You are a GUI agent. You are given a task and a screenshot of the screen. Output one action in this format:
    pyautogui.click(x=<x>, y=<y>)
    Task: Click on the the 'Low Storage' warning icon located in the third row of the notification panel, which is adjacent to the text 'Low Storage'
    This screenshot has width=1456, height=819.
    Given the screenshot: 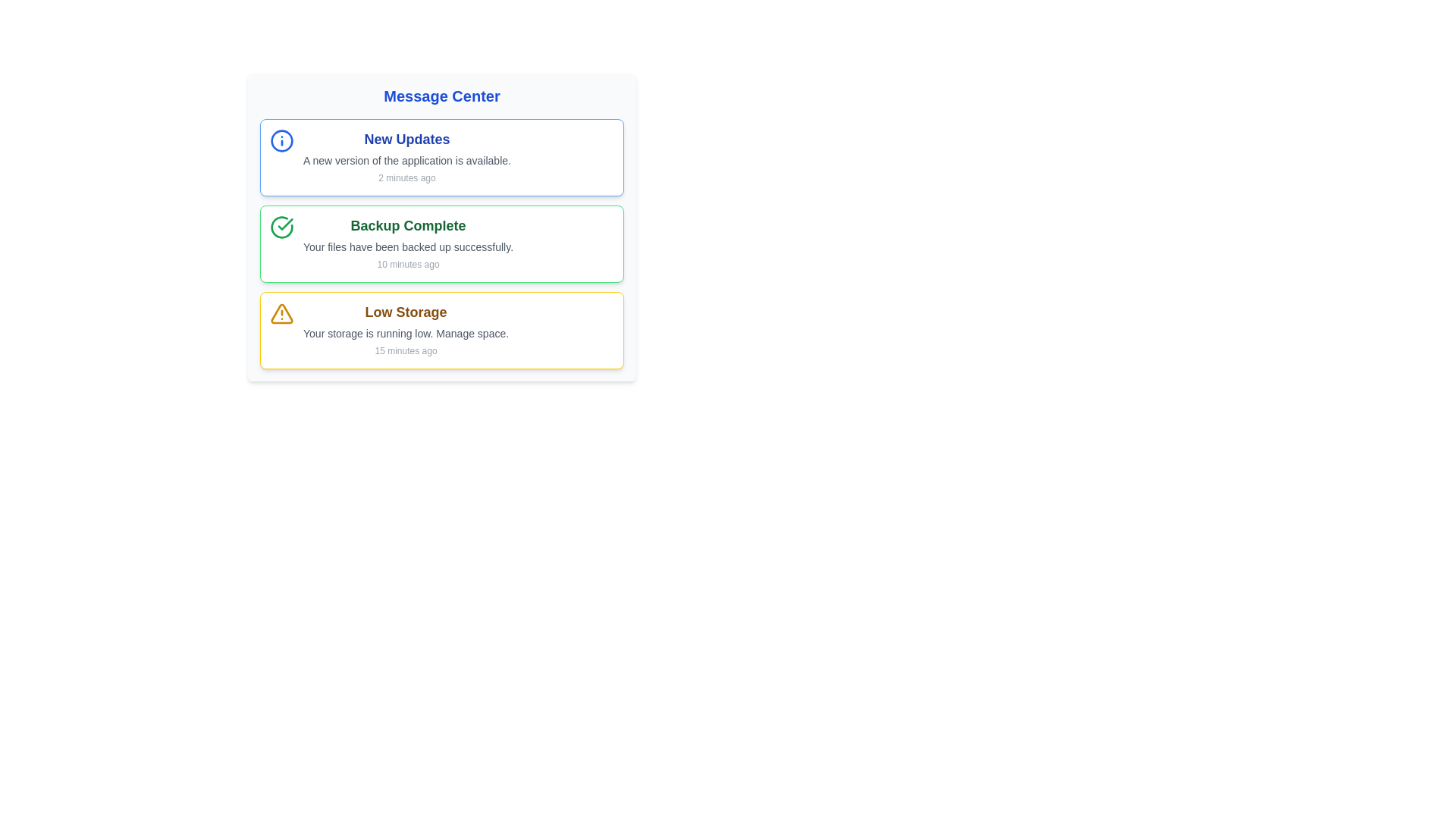 What is the action you would take?
    pyautogui.click(x=282, y=312)
    